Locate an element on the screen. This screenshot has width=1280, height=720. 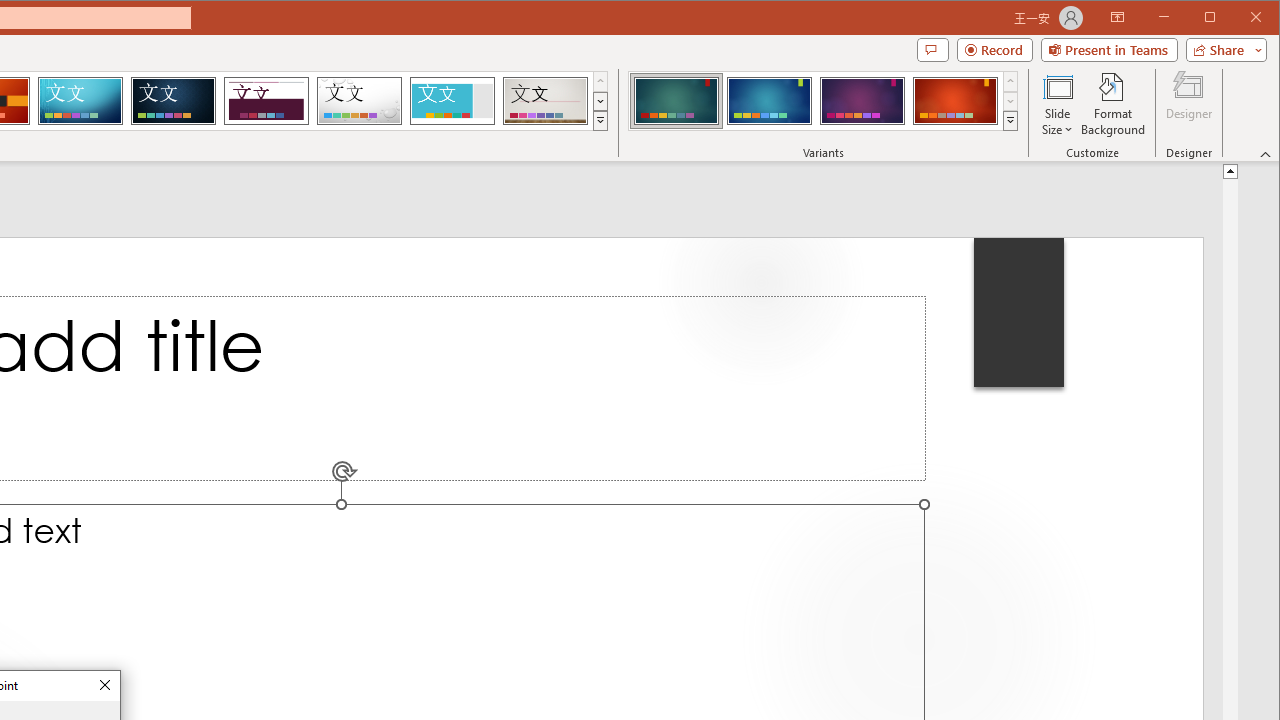
'Variants' is located at coordinates (1010, 120).